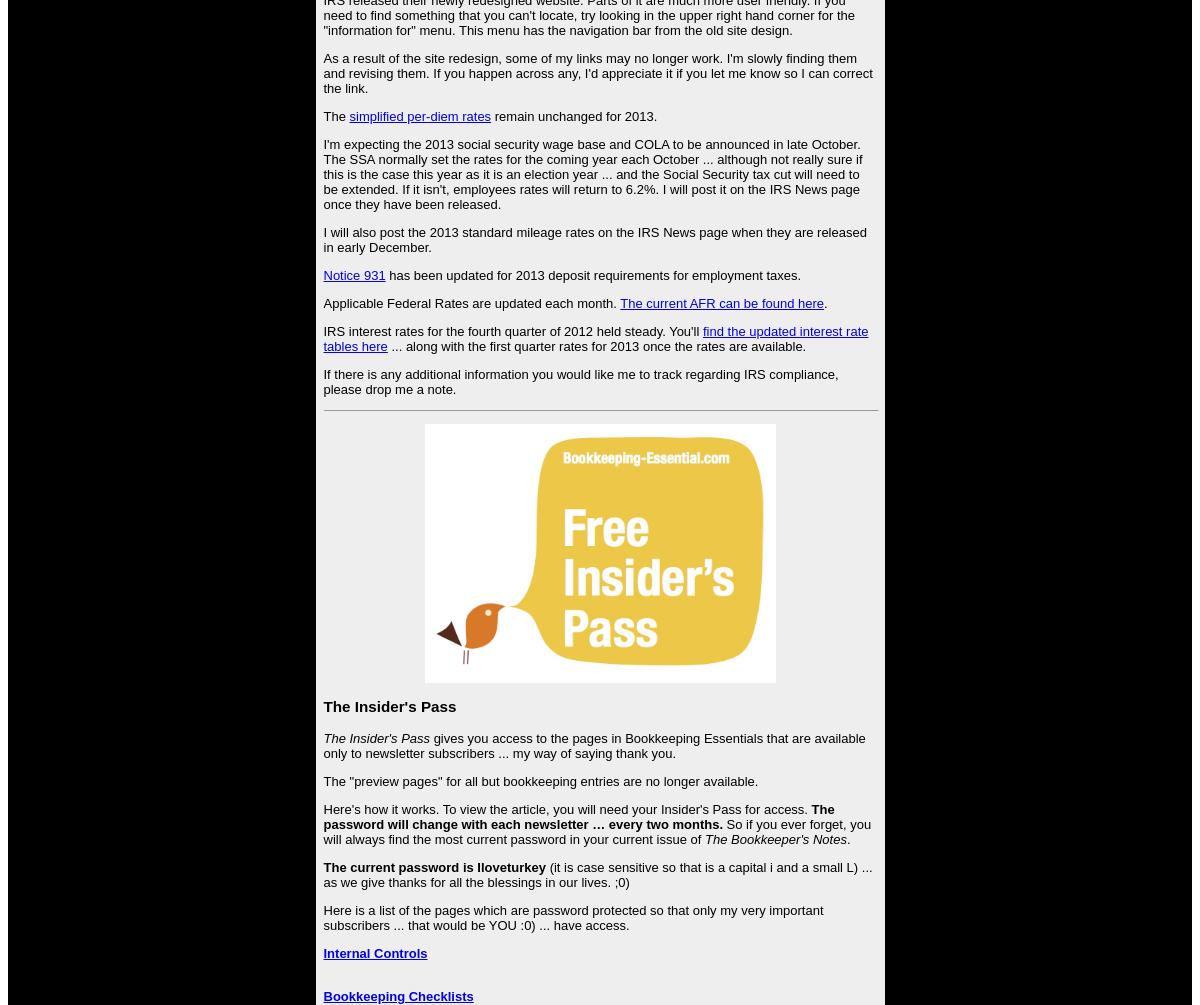 The width and height of the screenshot is (1200, 1005). What do you see at coordinates (595, 346) in the screenshot?
I see `'... along with the first quarter rates for 2013 once the rates are available.'` at bounding box center [595, 346].